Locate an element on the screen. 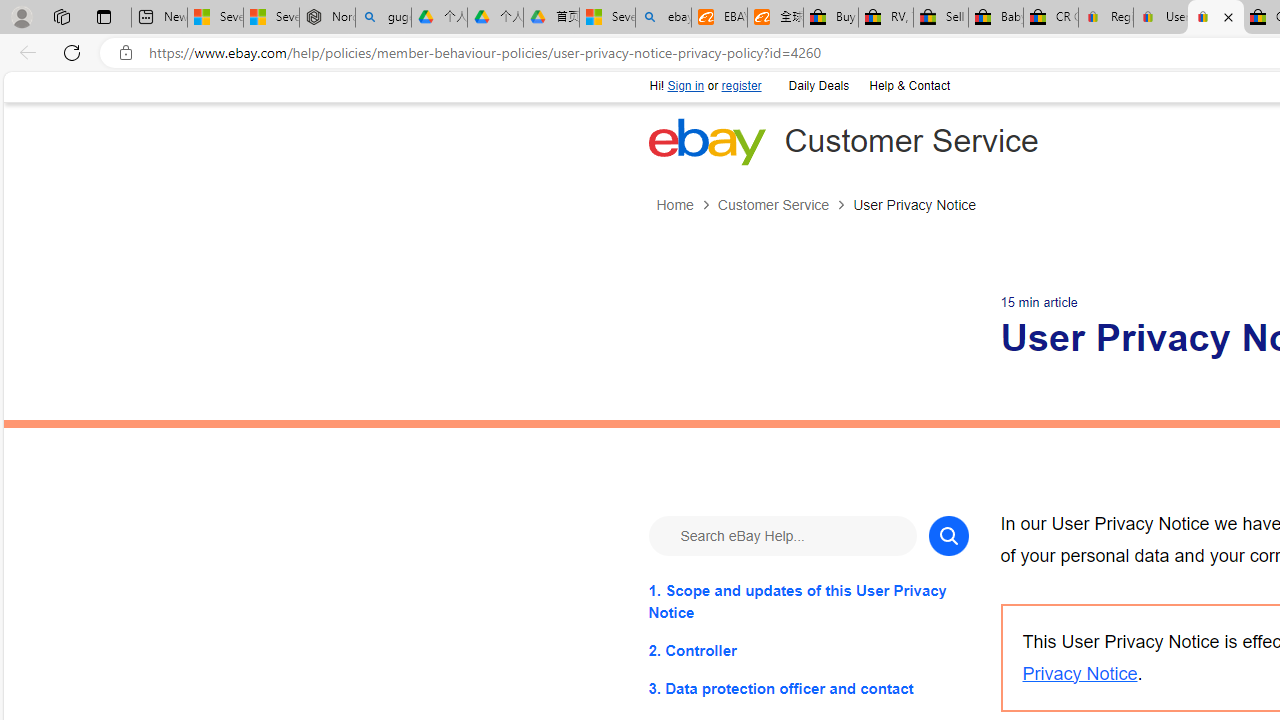 The image size is (1280, 720). 'Register: Create a personal eBay account' is located at coordinates (1104, 17).